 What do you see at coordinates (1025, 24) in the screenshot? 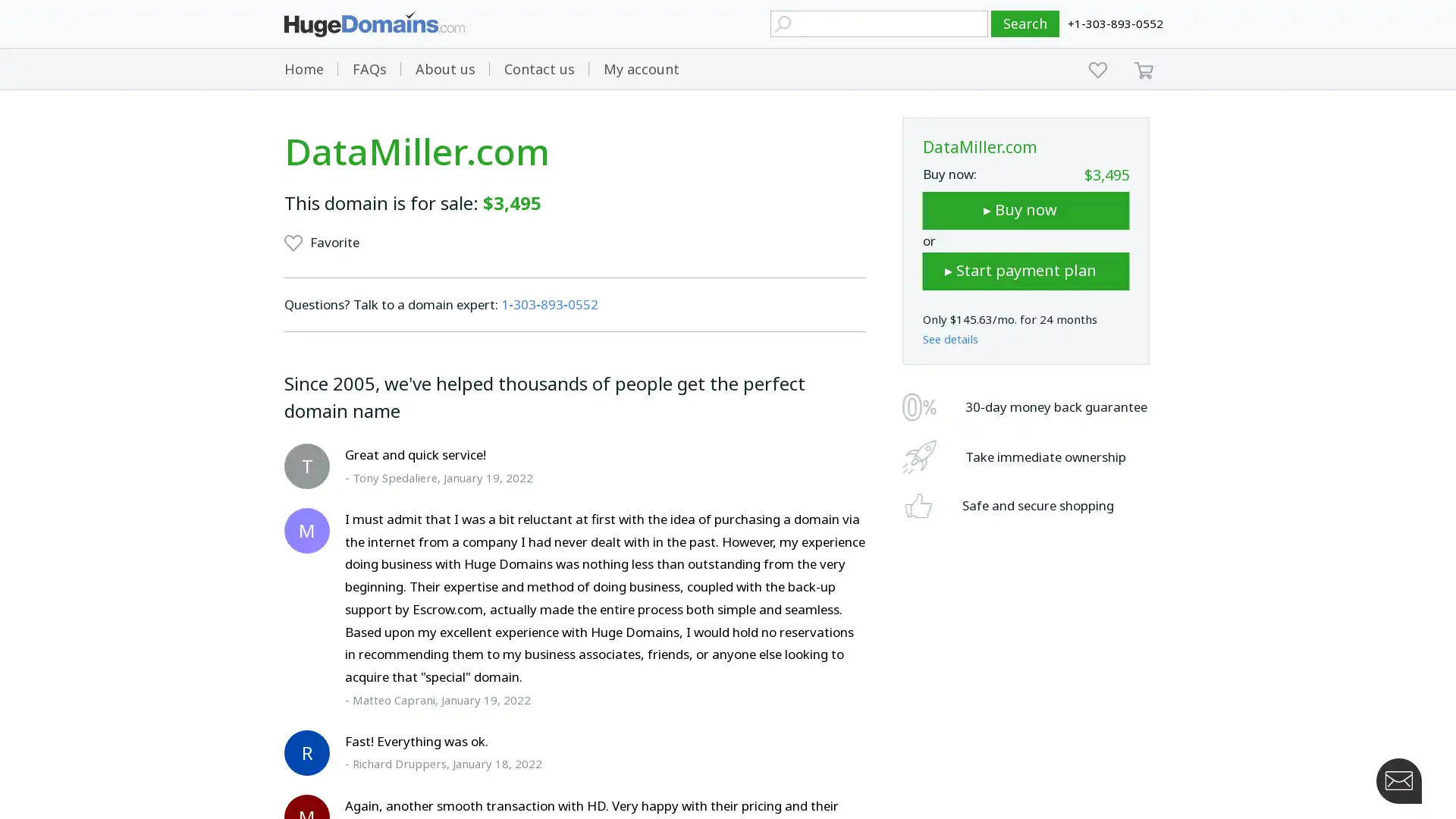
I see `Search` at bounding box center [1025, 24].